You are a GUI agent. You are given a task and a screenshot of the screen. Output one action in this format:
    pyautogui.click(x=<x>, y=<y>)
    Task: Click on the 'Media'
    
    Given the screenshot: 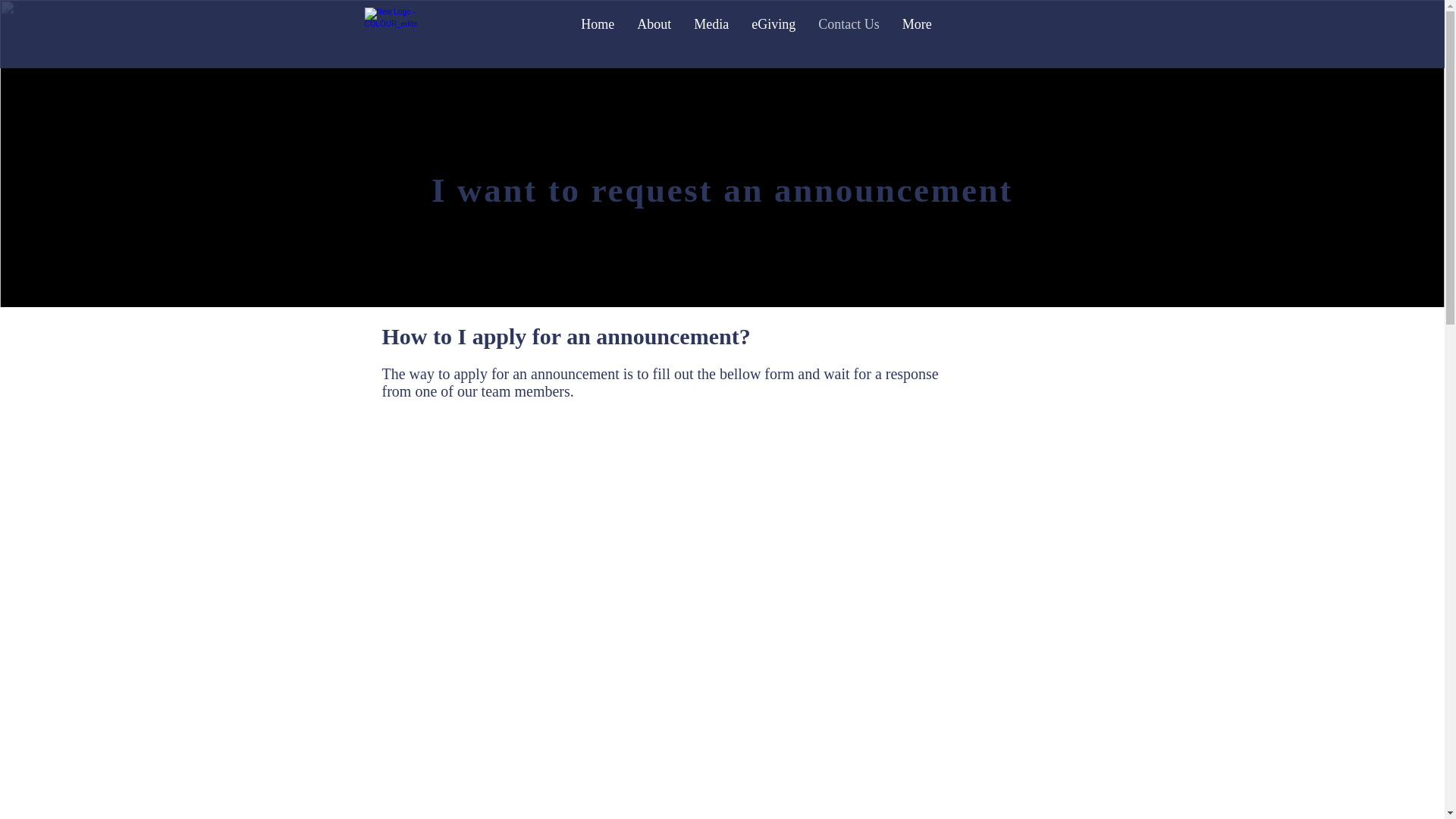 What is the action you would take?
    pyautogui.click(x=710, y=34)
    